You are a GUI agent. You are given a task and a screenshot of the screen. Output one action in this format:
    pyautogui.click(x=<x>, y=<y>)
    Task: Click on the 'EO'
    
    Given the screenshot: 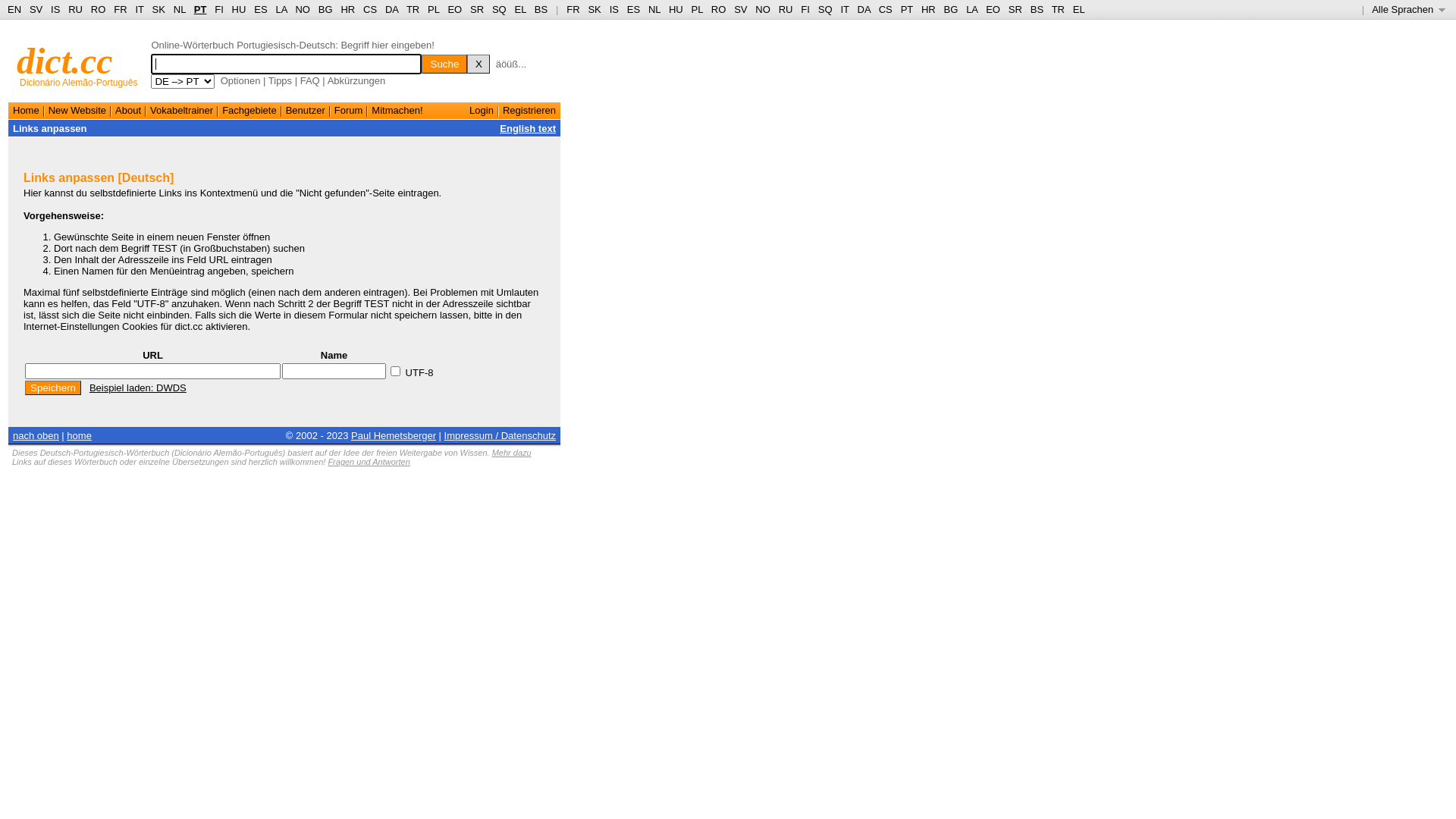 What is the action you would take?
    pyautogui.click(x=993, y=9)
    